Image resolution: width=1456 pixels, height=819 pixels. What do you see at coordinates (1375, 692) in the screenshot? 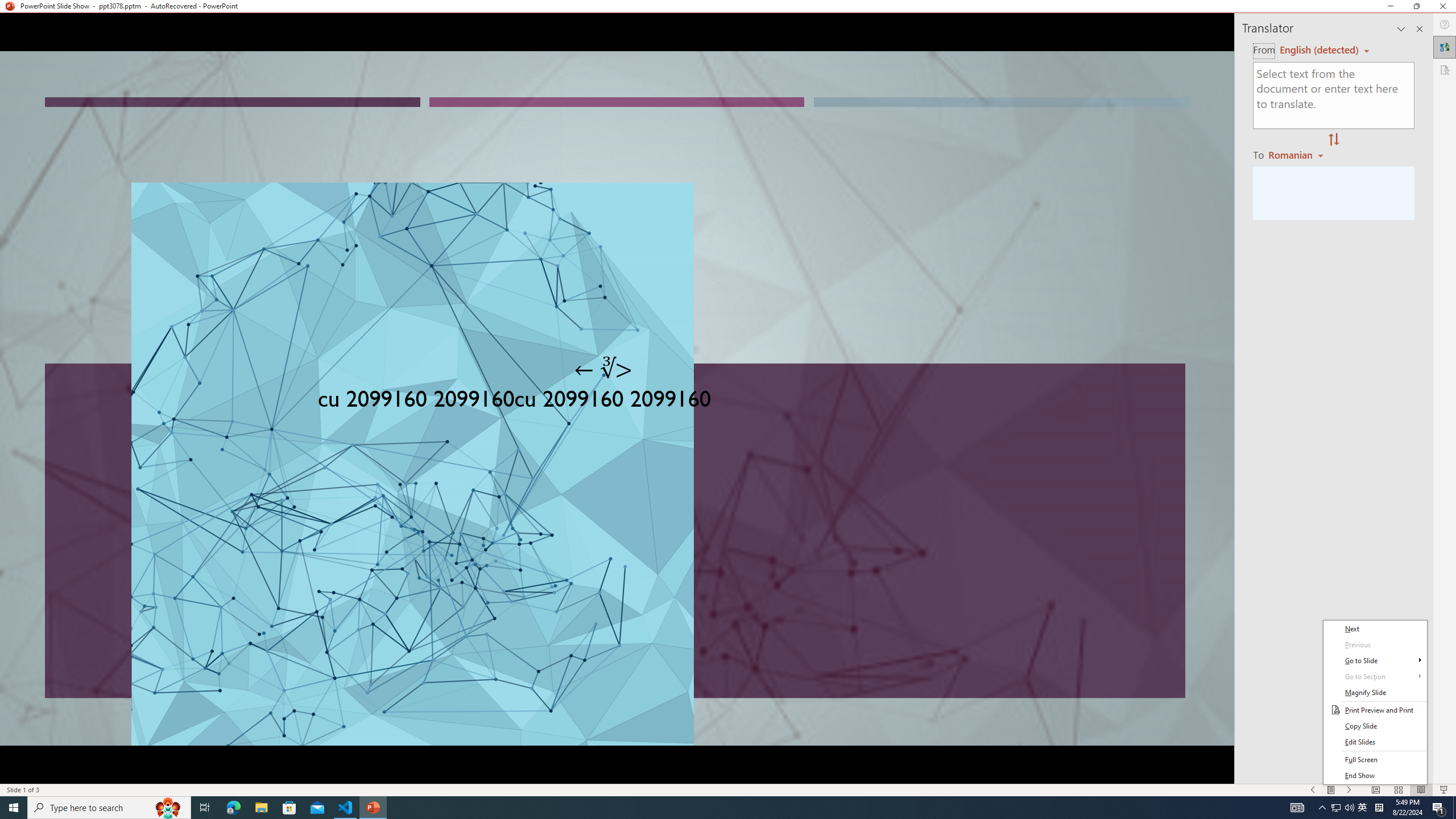
I see `'Magnify Slide'` at bounding box center [1375, 692].